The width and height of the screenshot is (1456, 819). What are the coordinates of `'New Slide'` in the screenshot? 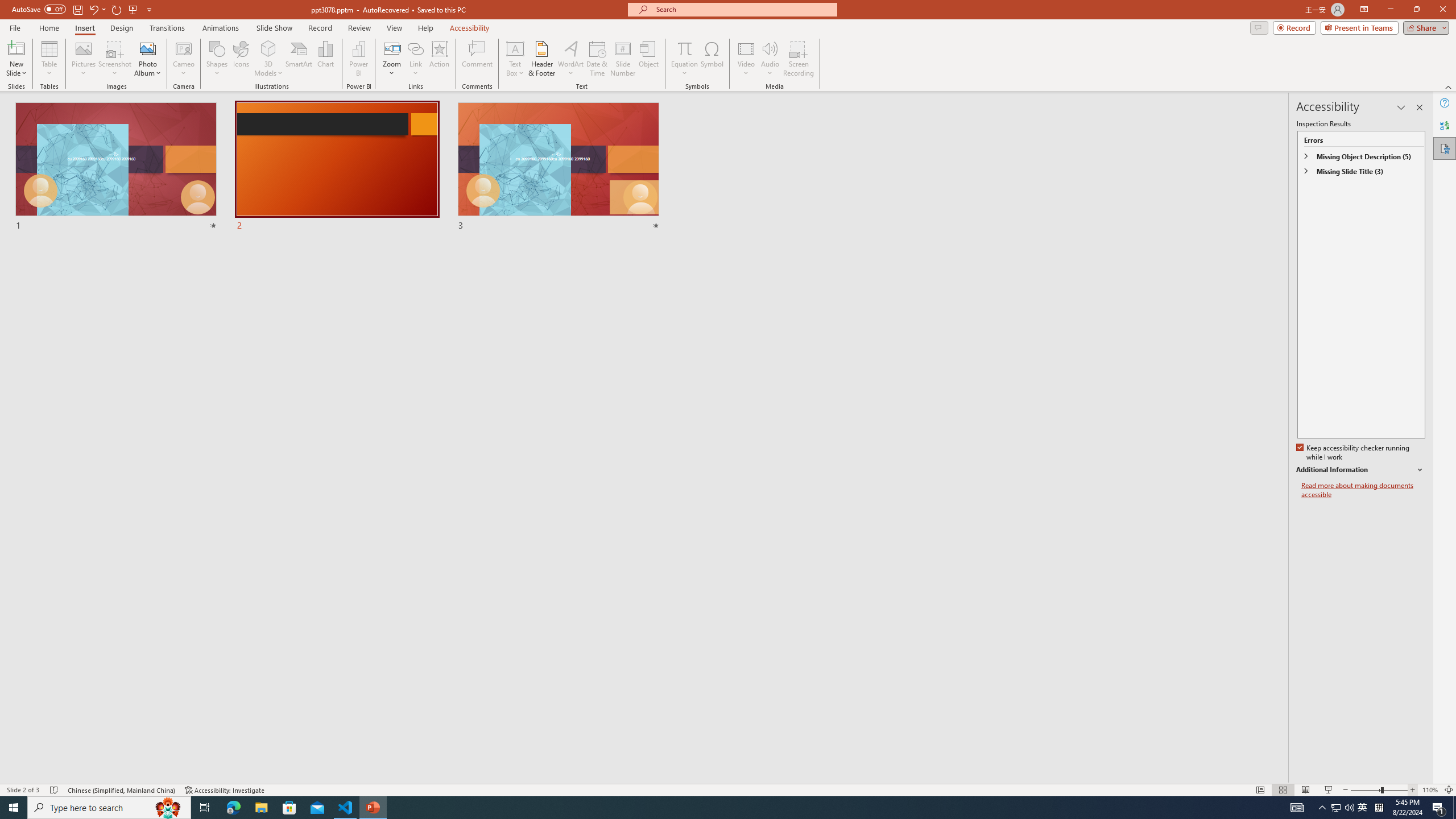 It's located at (16, 59).